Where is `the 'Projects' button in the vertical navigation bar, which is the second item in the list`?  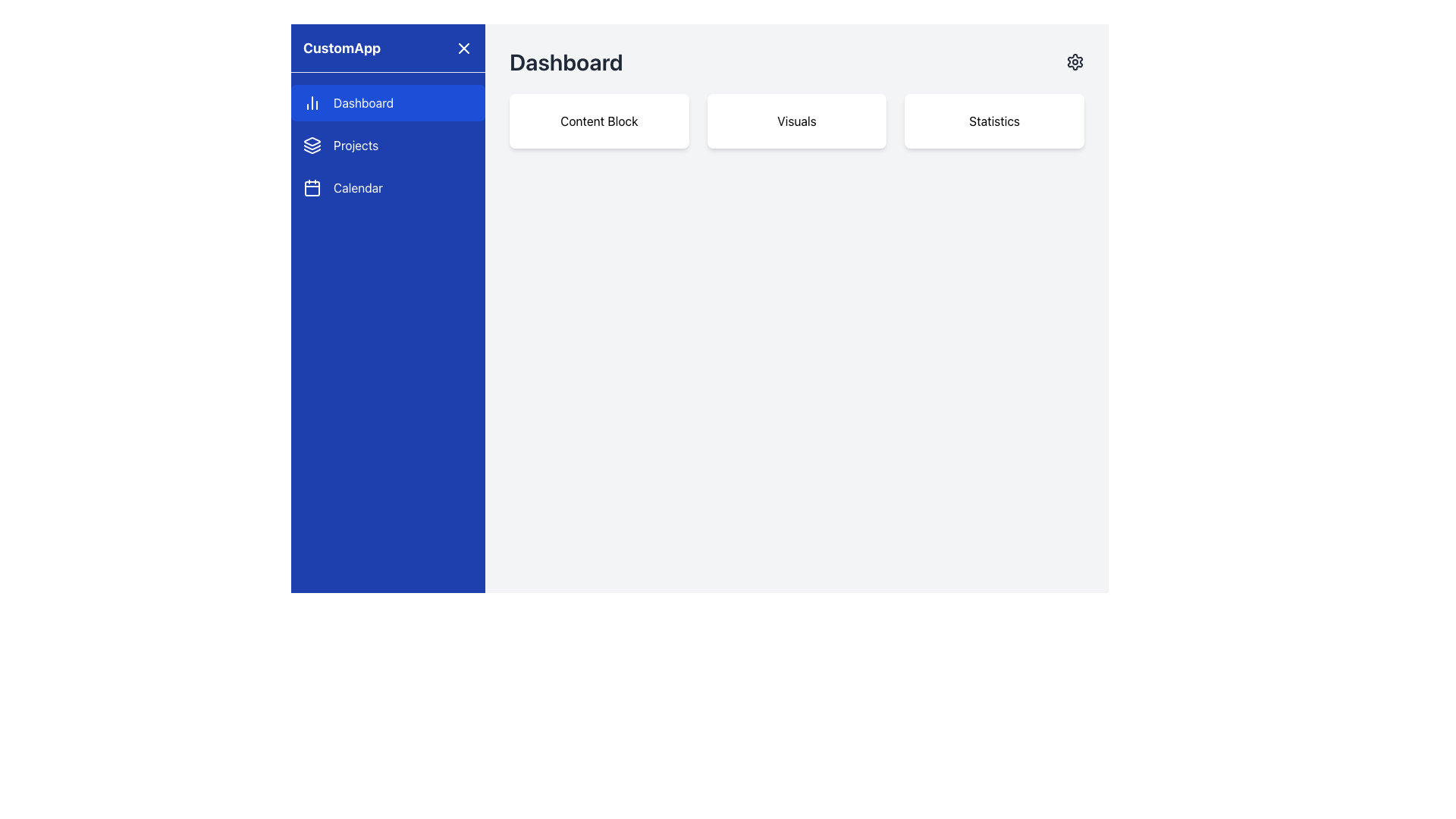
the 'Projects' button in the vertical navigation bar, which is the second item in the list is located at coordinates (388, 146).